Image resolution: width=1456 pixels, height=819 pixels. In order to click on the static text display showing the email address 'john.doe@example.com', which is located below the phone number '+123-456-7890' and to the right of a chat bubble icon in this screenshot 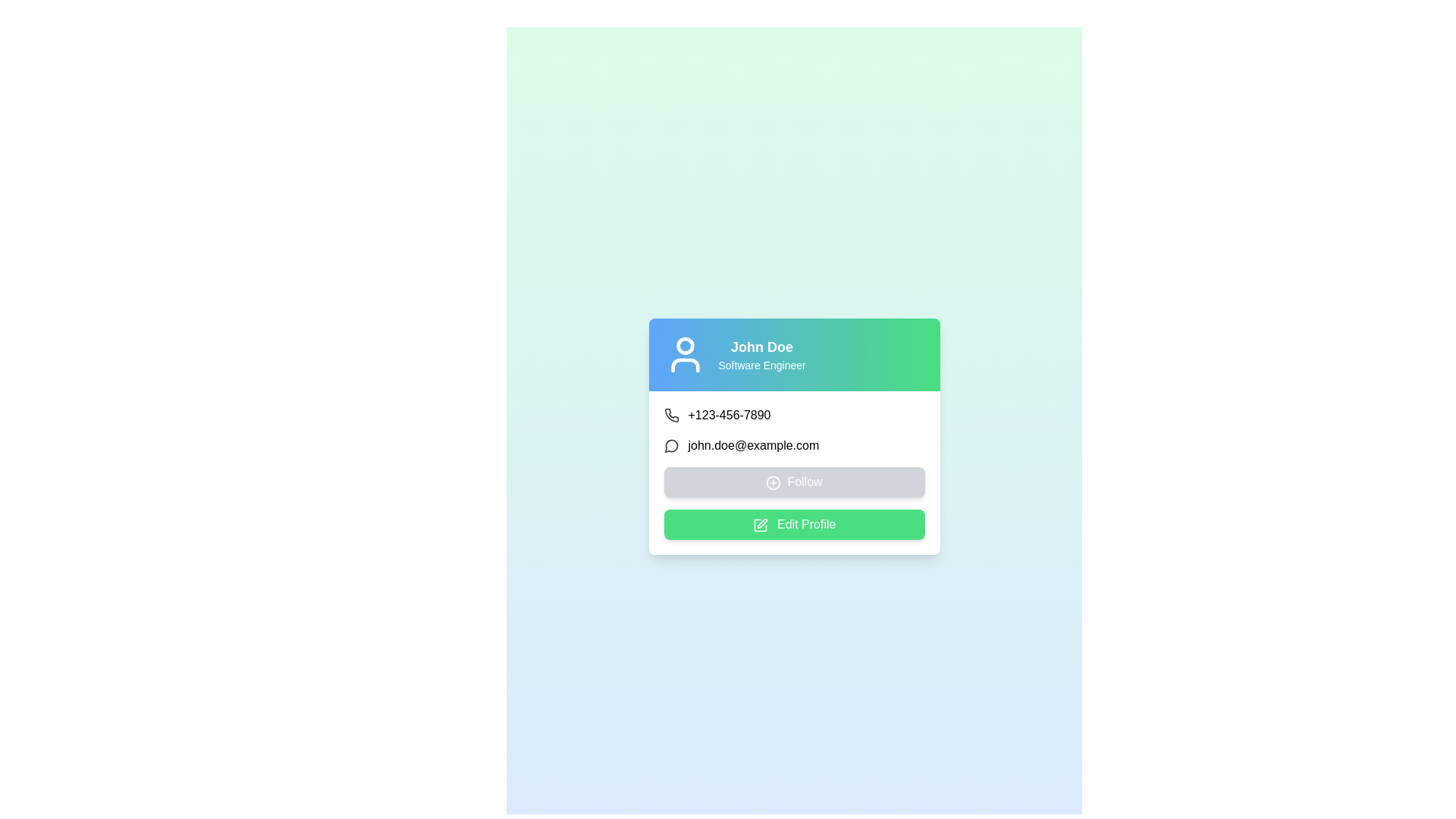, I will do `click(753, 444)`.